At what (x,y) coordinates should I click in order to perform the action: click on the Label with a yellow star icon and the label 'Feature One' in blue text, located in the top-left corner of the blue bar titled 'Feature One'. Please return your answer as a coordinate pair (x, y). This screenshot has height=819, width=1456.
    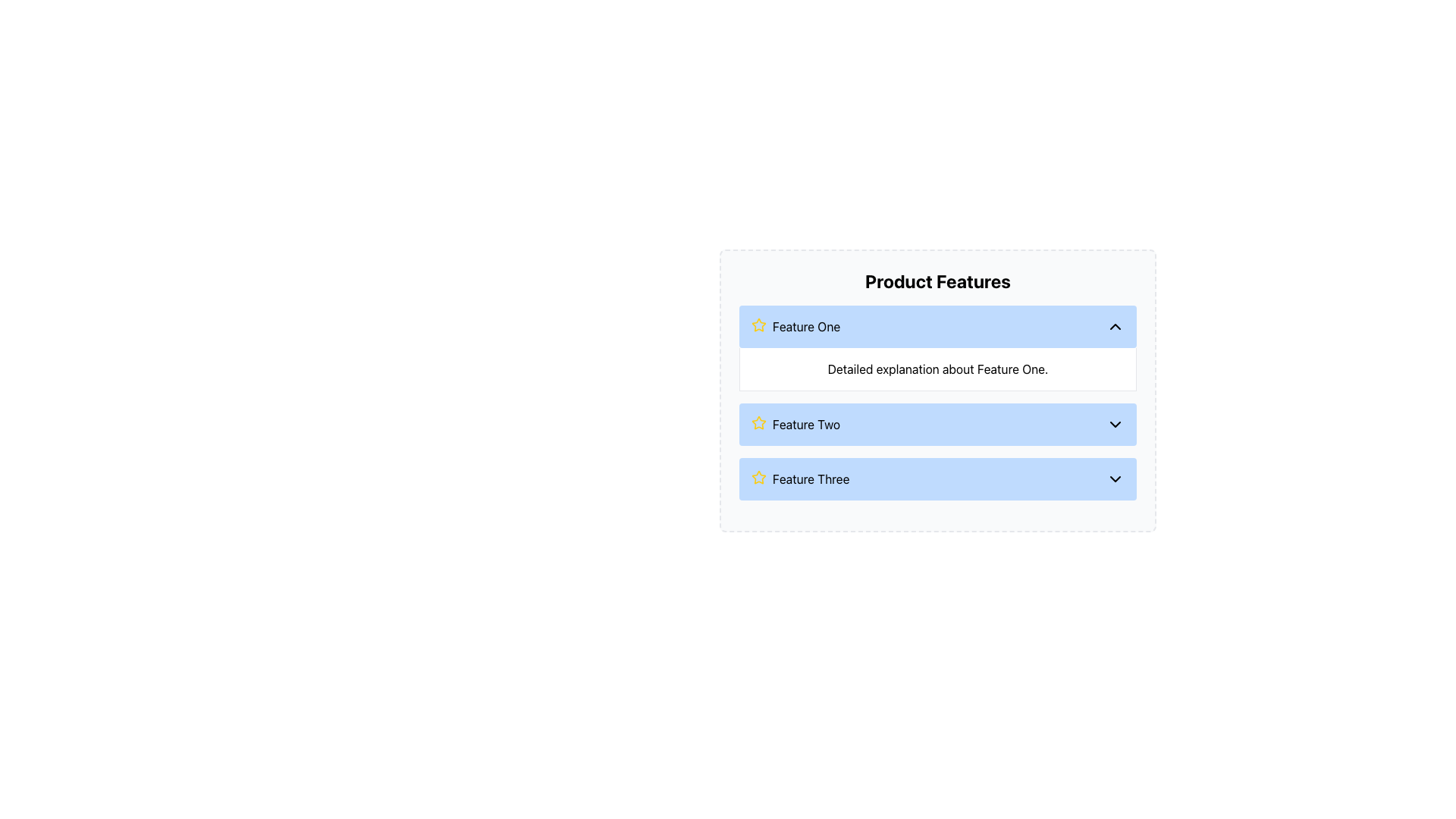
    Looking at the image, I should click on (795, 326).